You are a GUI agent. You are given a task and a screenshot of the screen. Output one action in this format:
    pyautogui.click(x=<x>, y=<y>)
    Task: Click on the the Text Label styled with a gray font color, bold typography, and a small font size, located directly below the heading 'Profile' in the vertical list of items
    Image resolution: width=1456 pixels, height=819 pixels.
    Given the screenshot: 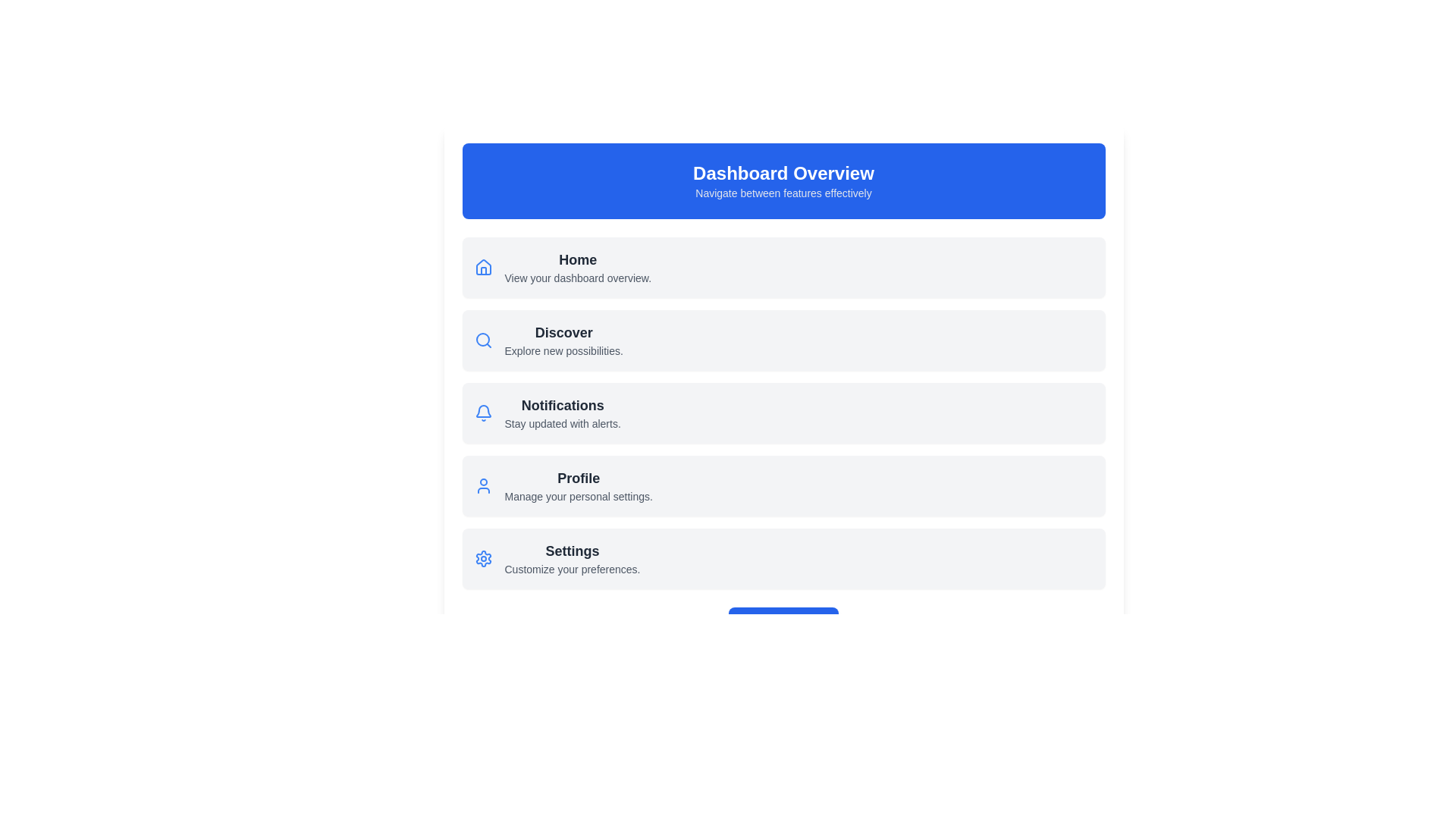 What is the action you would take?
    pyautogui.click(x=578, y=497)
    